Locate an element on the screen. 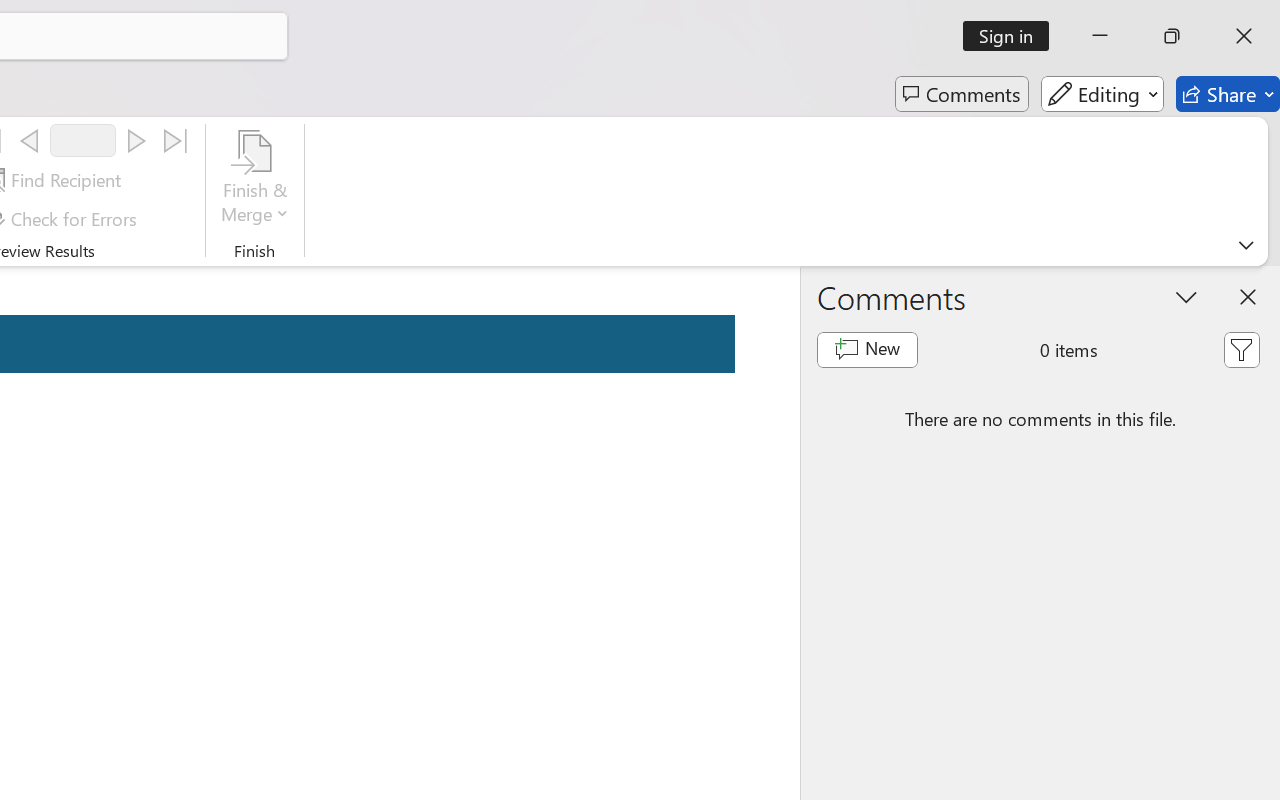  'Sign in' is located at coordinates (1013, 35).